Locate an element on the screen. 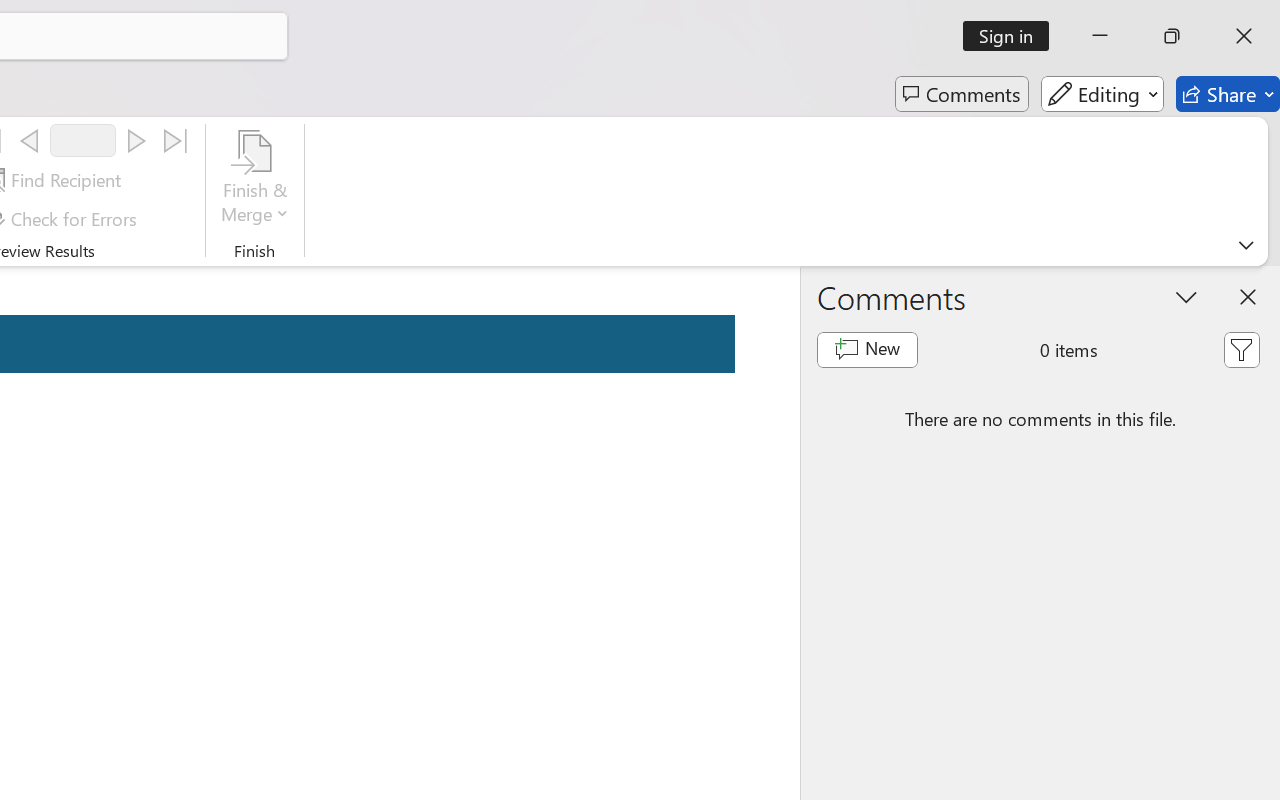  'Sign in' is located at coordinates (1013, 35).